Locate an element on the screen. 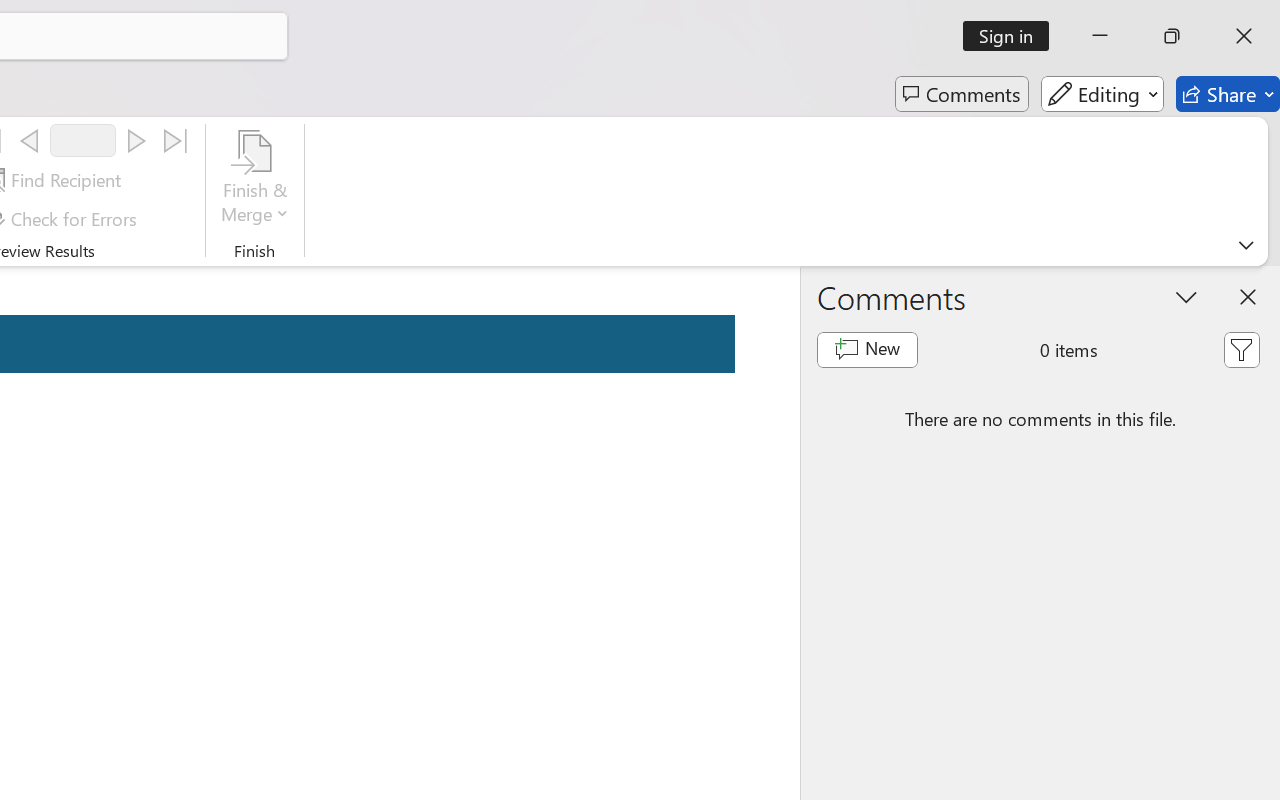  'Sign in' is located at coordinates (1013, 35).